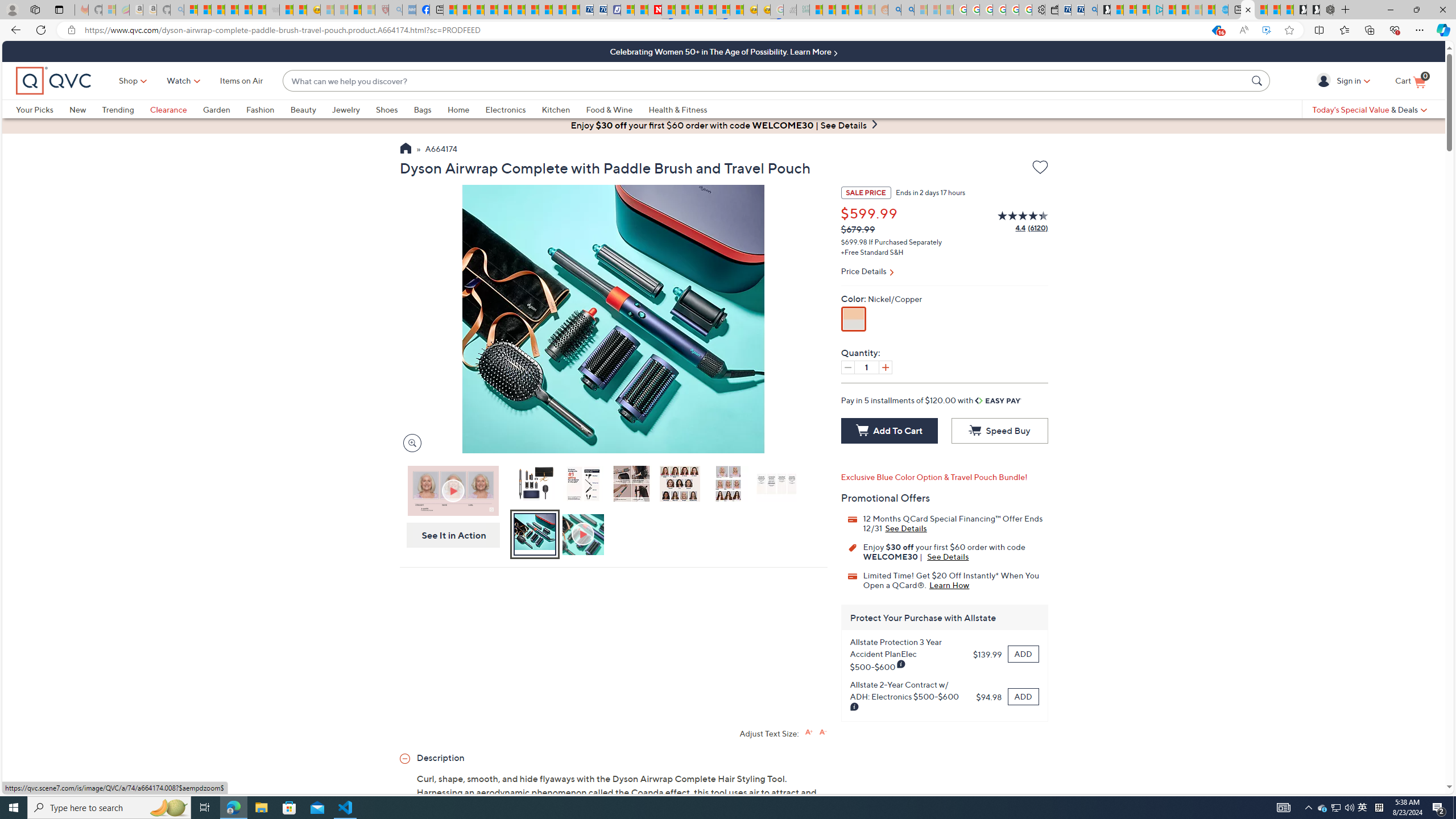  What do you see at coordinates (178, 80) in the screenshot?
I see `'Watch'` at bounding box center [178, 80].